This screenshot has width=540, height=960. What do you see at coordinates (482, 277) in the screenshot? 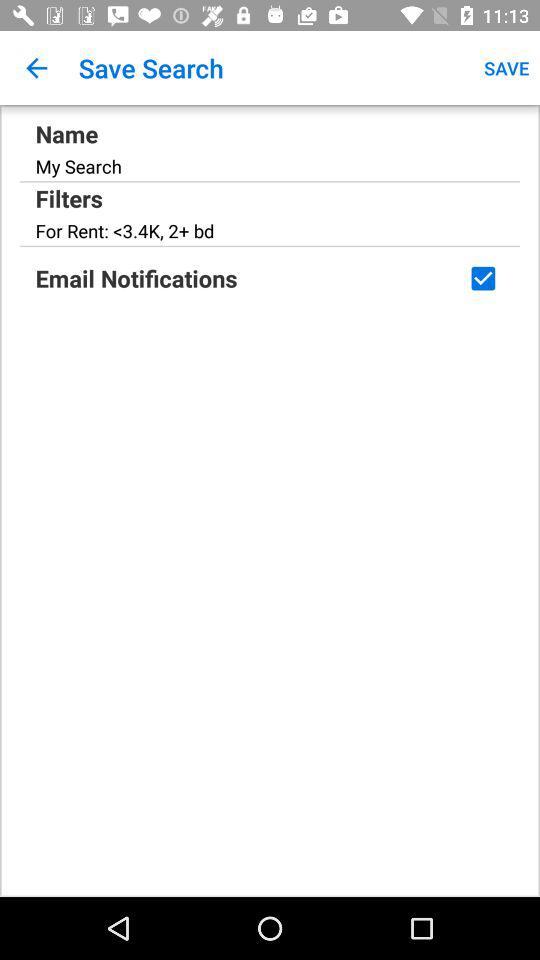
I see `turn on notification` at bounding box center [482, 277].